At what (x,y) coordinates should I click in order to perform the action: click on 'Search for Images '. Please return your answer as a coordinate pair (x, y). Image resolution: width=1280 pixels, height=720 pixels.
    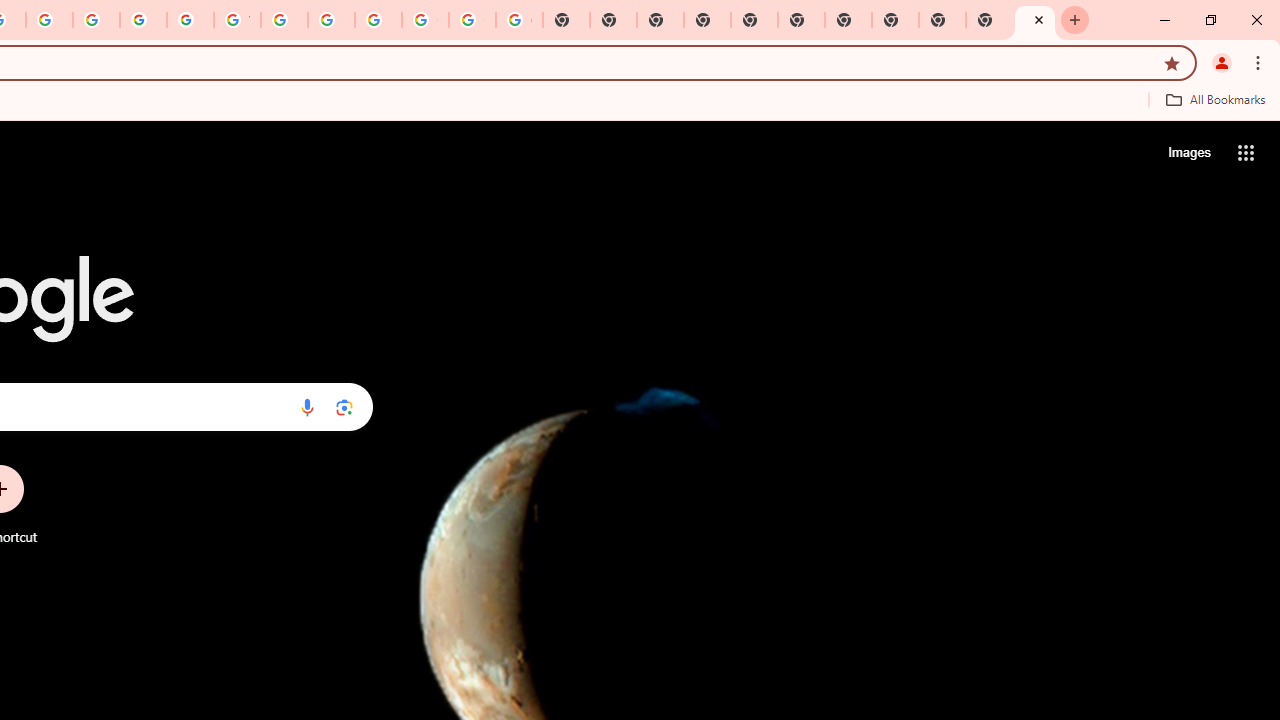
    Looking at the image, I should click on (1189, 152).